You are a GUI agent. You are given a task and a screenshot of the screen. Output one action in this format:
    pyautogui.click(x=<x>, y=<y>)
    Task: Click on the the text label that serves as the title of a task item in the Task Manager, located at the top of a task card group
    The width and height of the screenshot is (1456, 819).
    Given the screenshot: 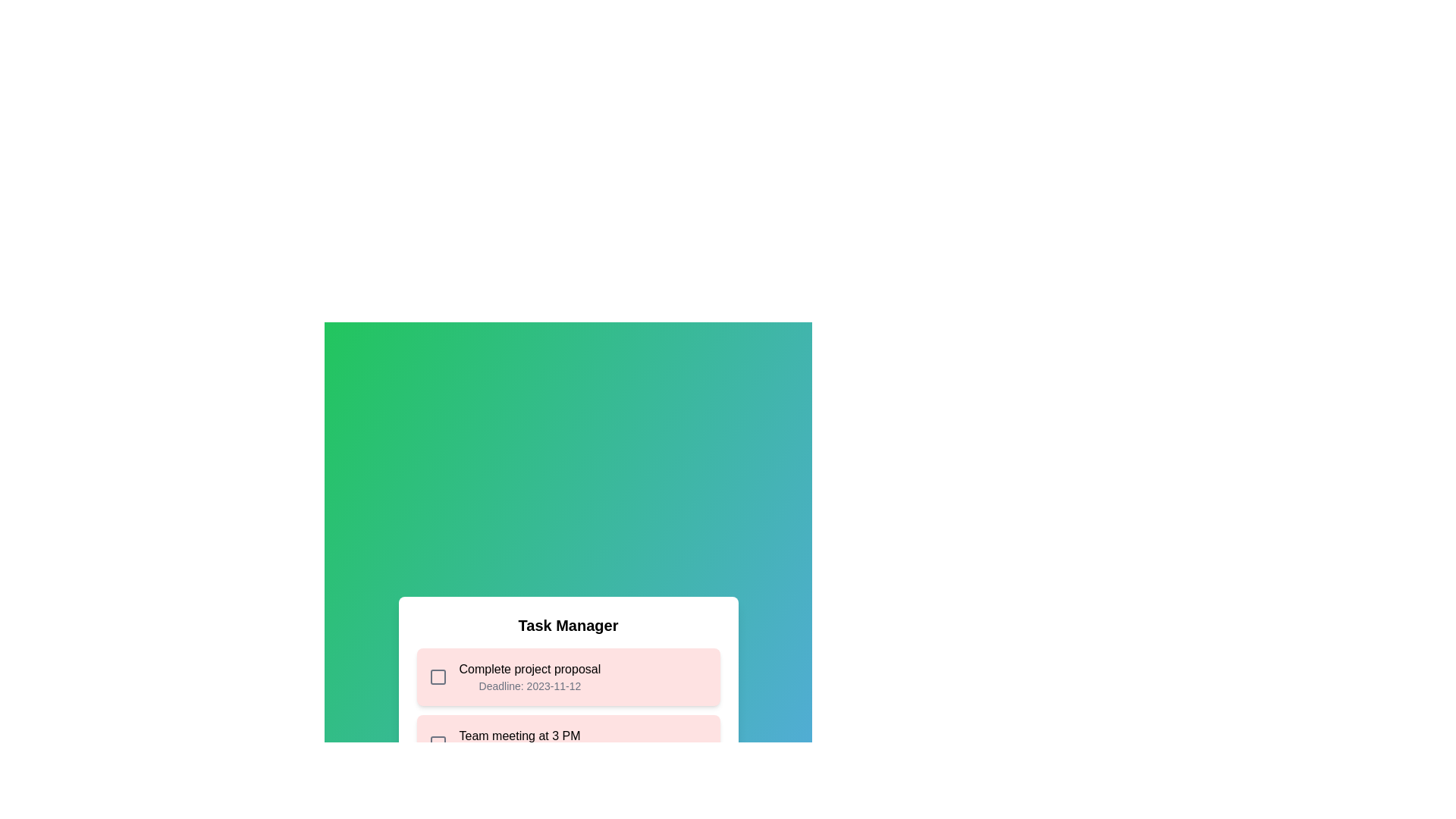 What is the action you would take?
    pyautogui.click(x=529, y=669)
    